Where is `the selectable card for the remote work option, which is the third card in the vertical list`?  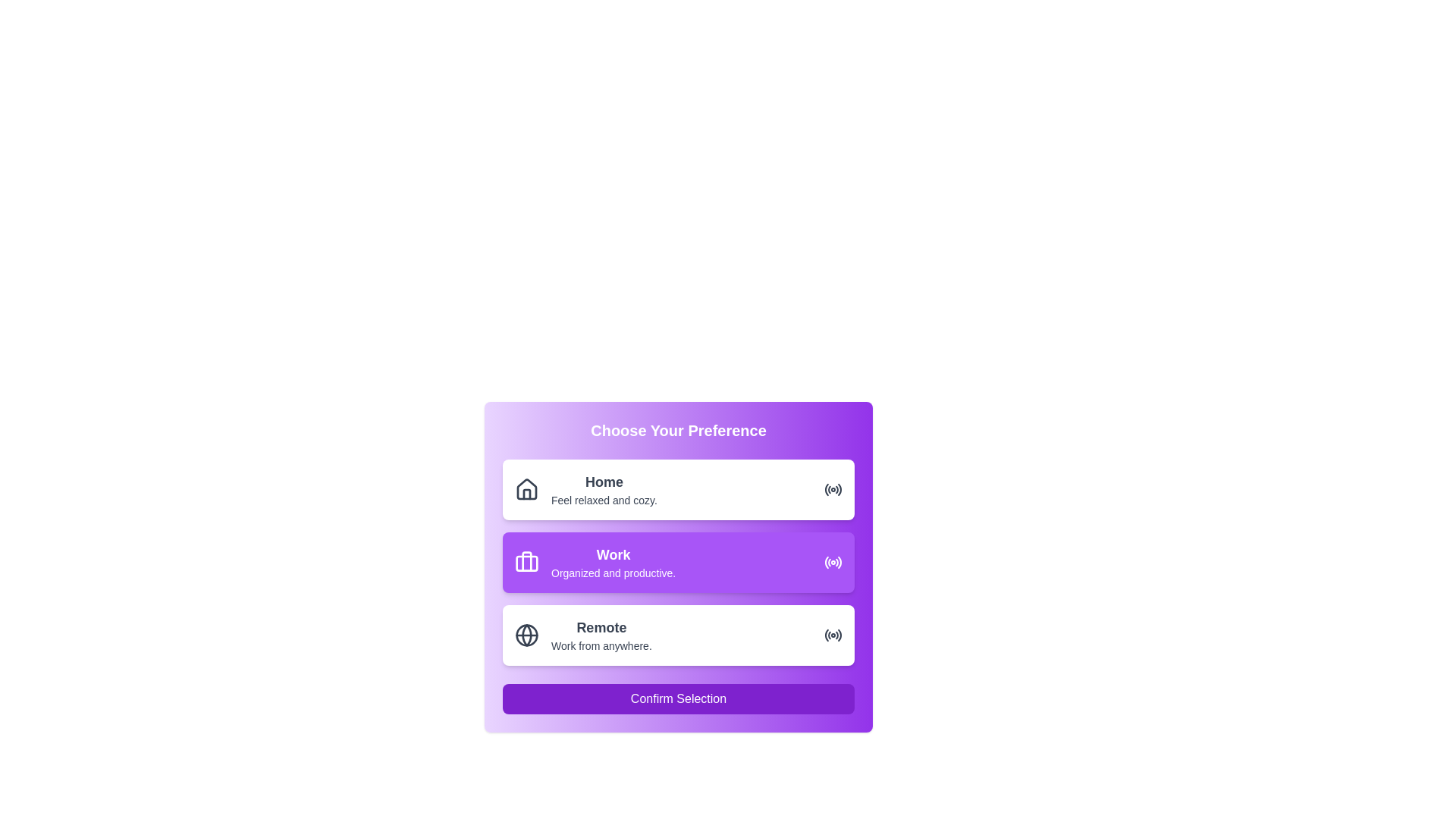 the selectable card for the remote work option, which is the third card in the vertical list is located at coordinates (677, 635).